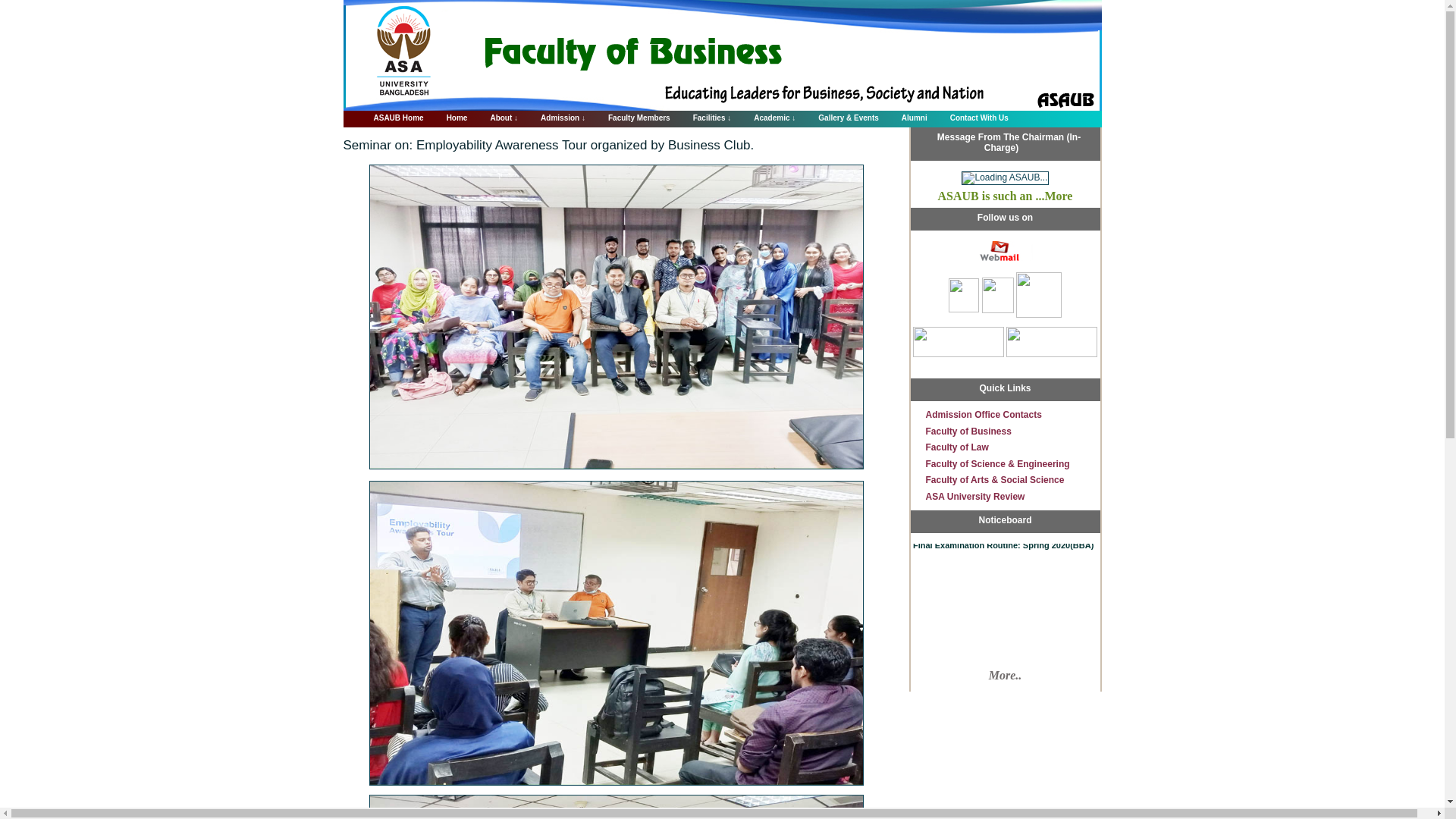 This screenshot has width=1456, height=819. I want to click on 'Faculty of Law', so click(955, 447).